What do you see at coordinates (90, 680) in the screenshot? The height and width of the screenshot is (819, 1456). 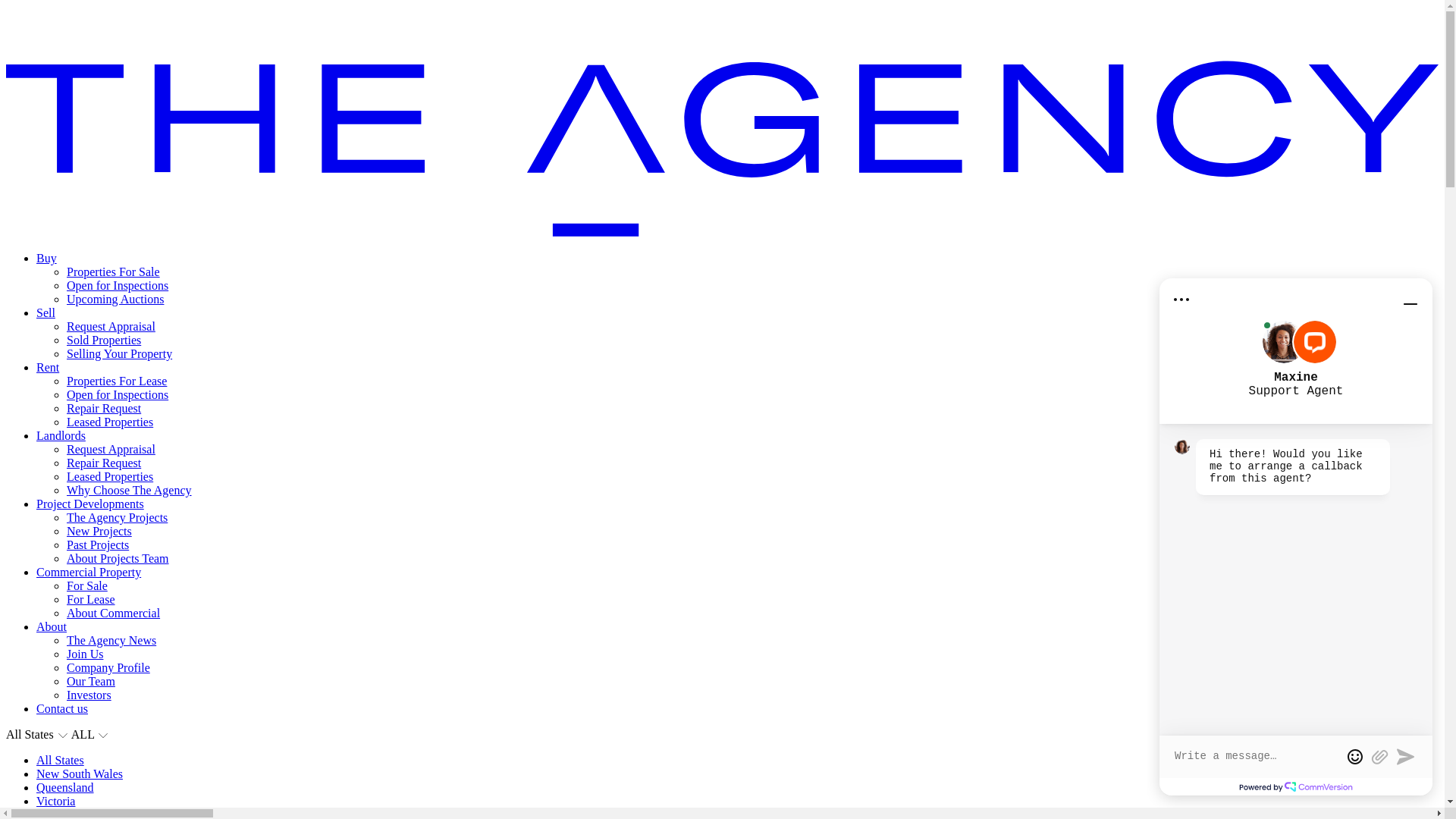 I see `'Our Team'` at bounding box center [90, 680].